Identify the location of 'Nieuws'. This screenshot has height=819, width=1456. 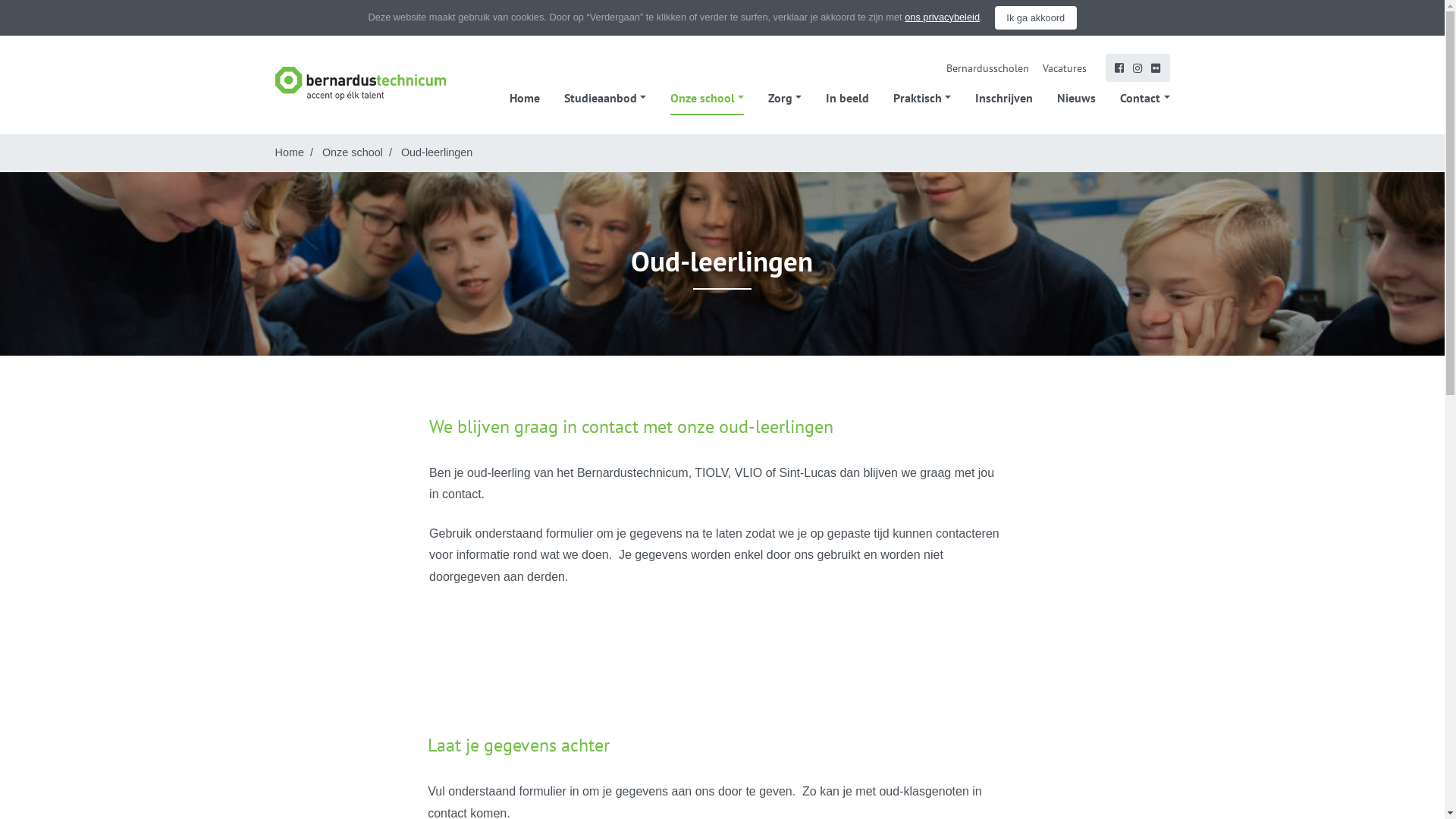
(1075, 97).